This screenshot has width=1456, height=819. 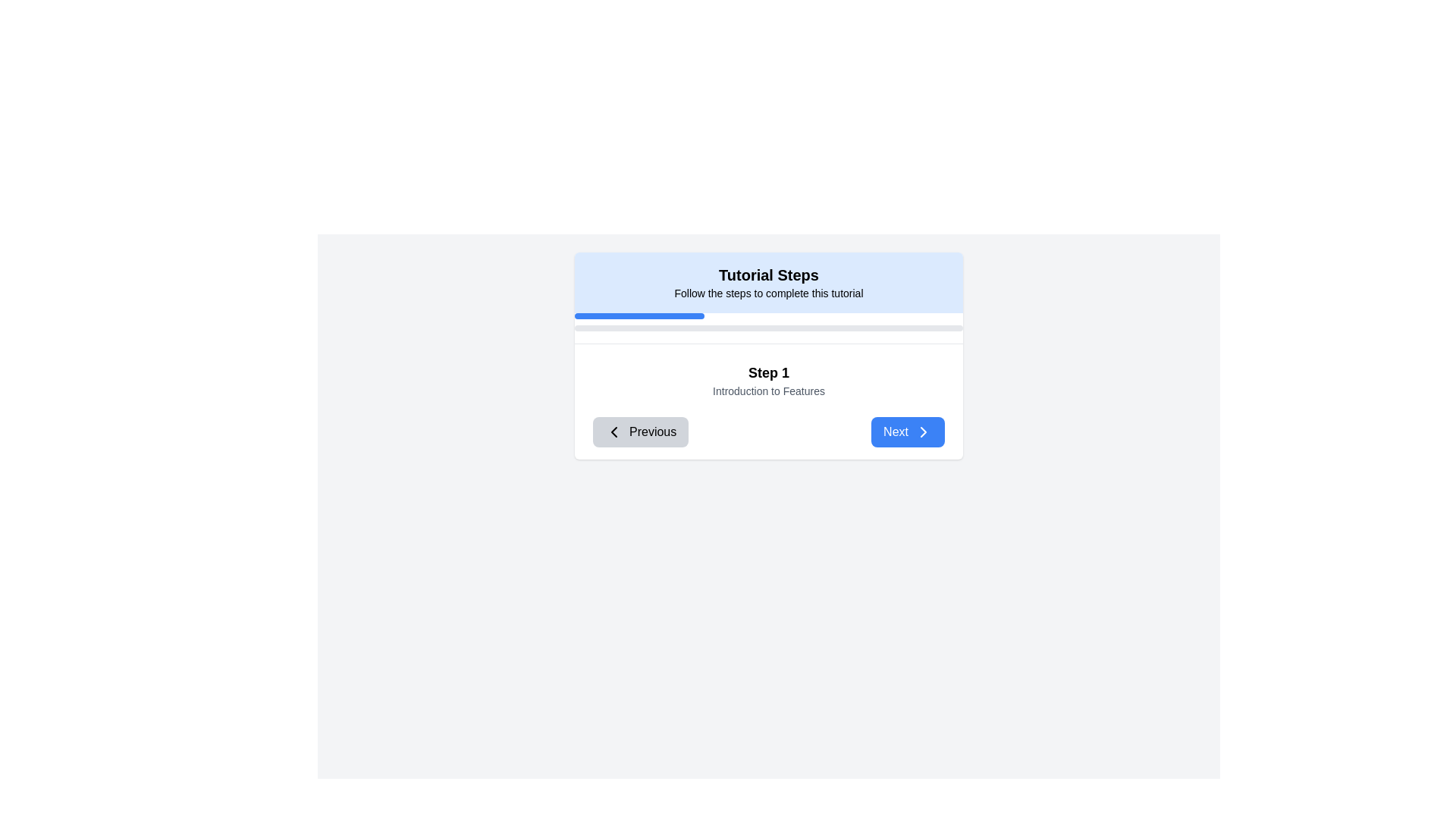 I want to click on the Section Header element with a light blue background that contains the text 'Tutorial Steps' and 'Follow the steps to complete this tutorial', so click(x=768, y=283).